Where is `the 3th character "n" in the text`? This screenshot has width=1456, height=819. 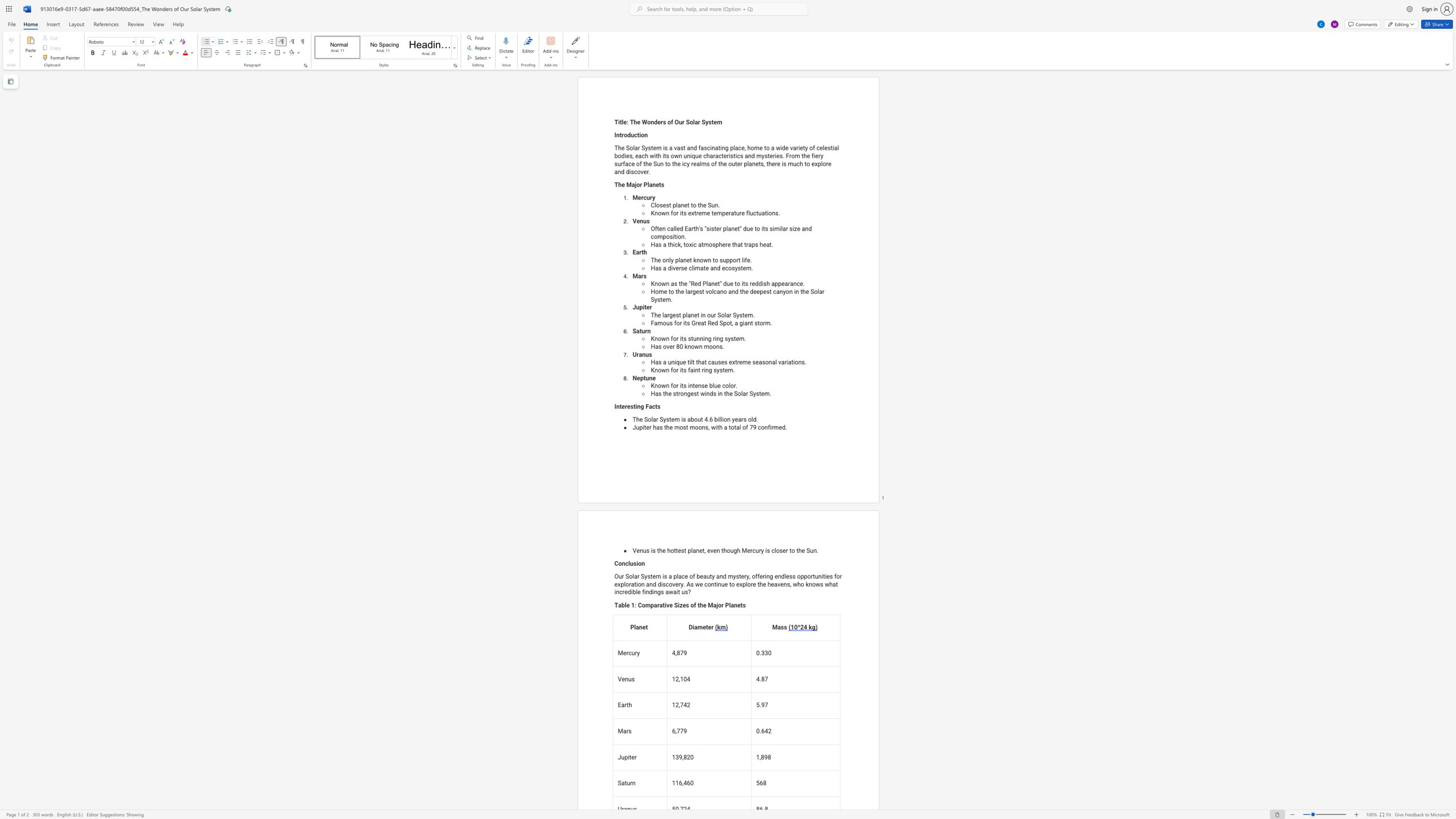
the 3th character "n" in the text is located at coordinates (696, 369).